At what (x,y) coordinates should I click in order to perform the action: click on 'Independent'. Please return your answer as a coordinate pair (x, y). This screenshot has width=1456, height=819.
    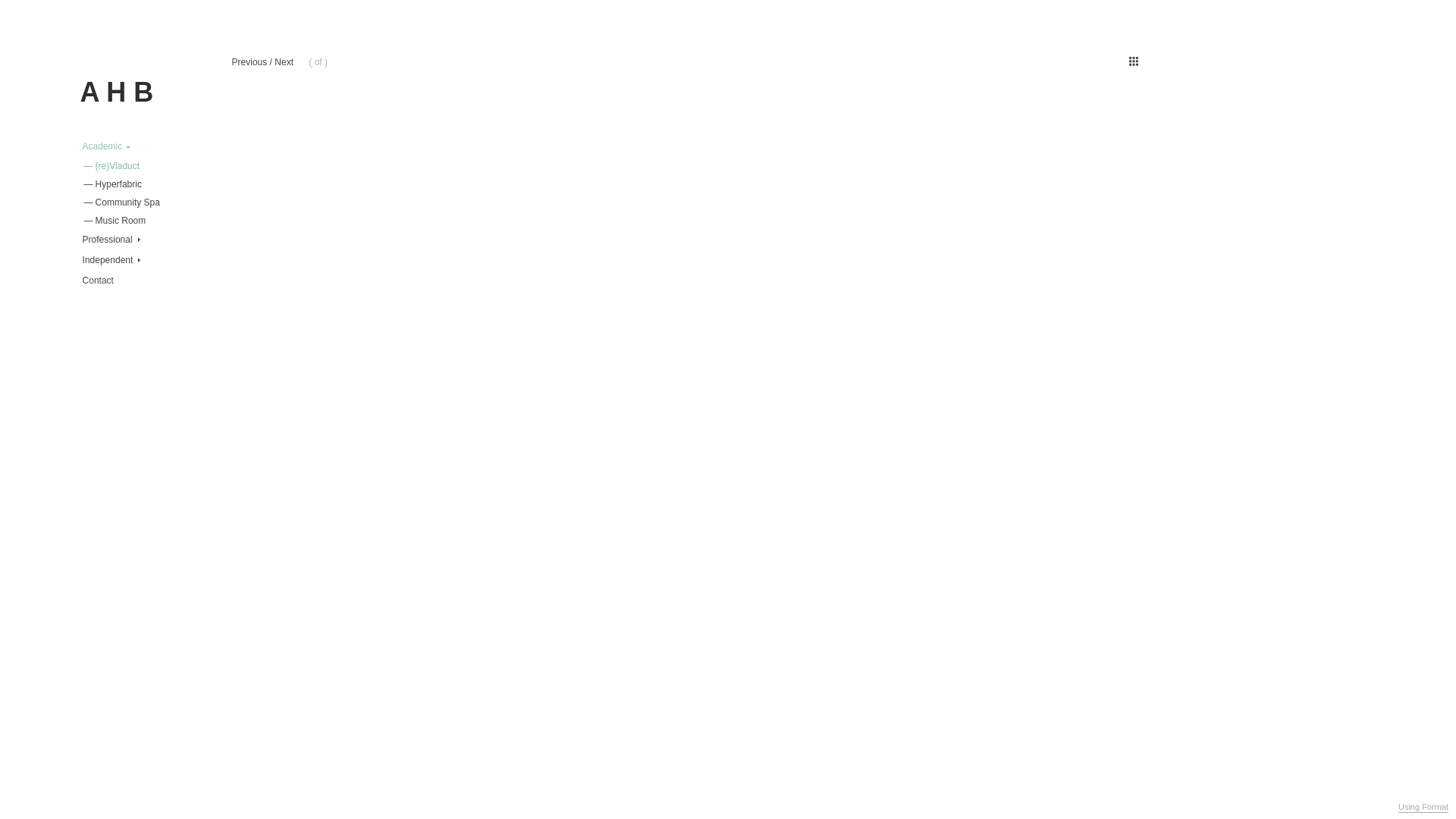
    Looking at the image, I should click on (111, 259).